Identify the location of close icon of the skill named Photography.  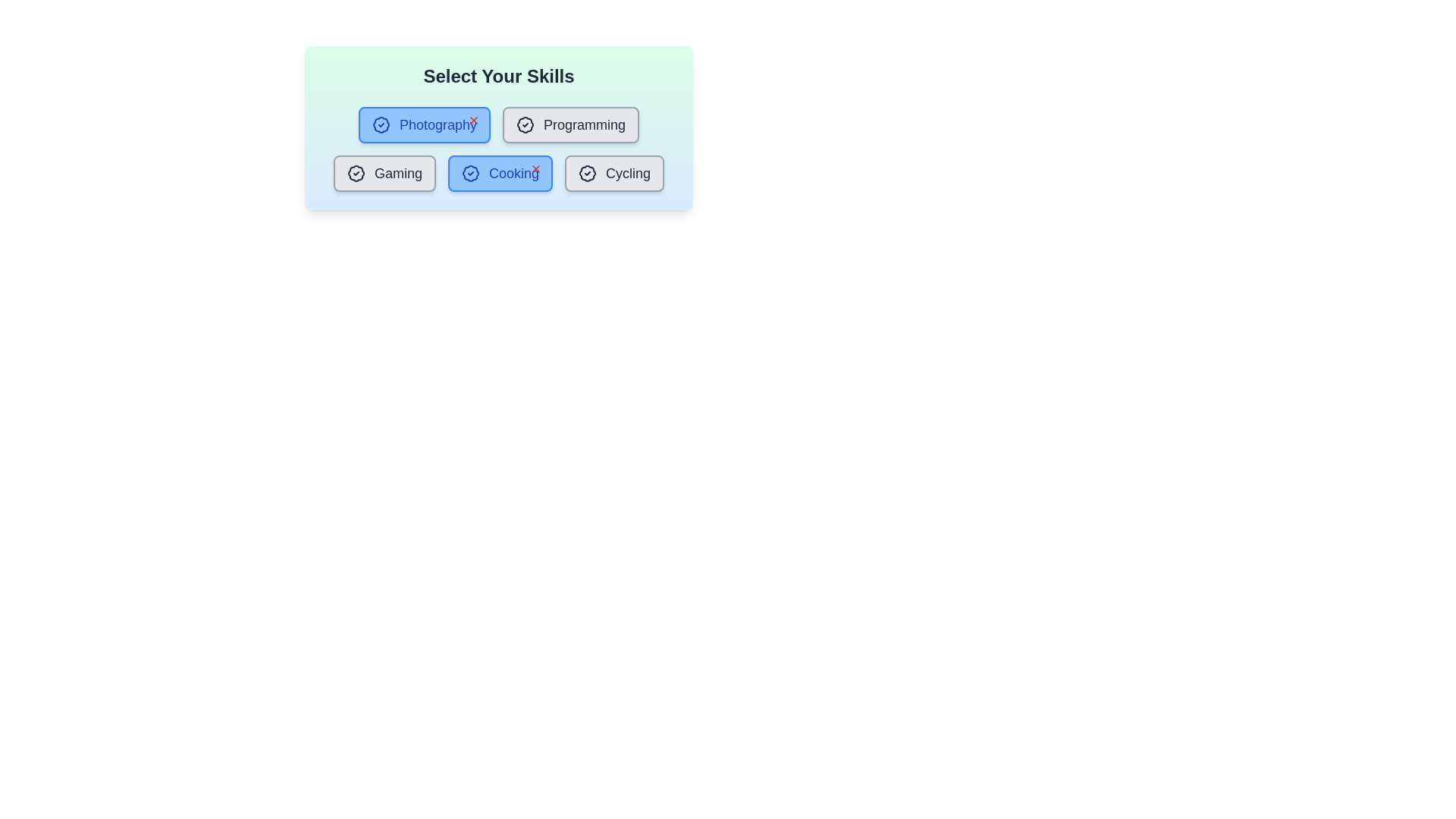
(472, 119).